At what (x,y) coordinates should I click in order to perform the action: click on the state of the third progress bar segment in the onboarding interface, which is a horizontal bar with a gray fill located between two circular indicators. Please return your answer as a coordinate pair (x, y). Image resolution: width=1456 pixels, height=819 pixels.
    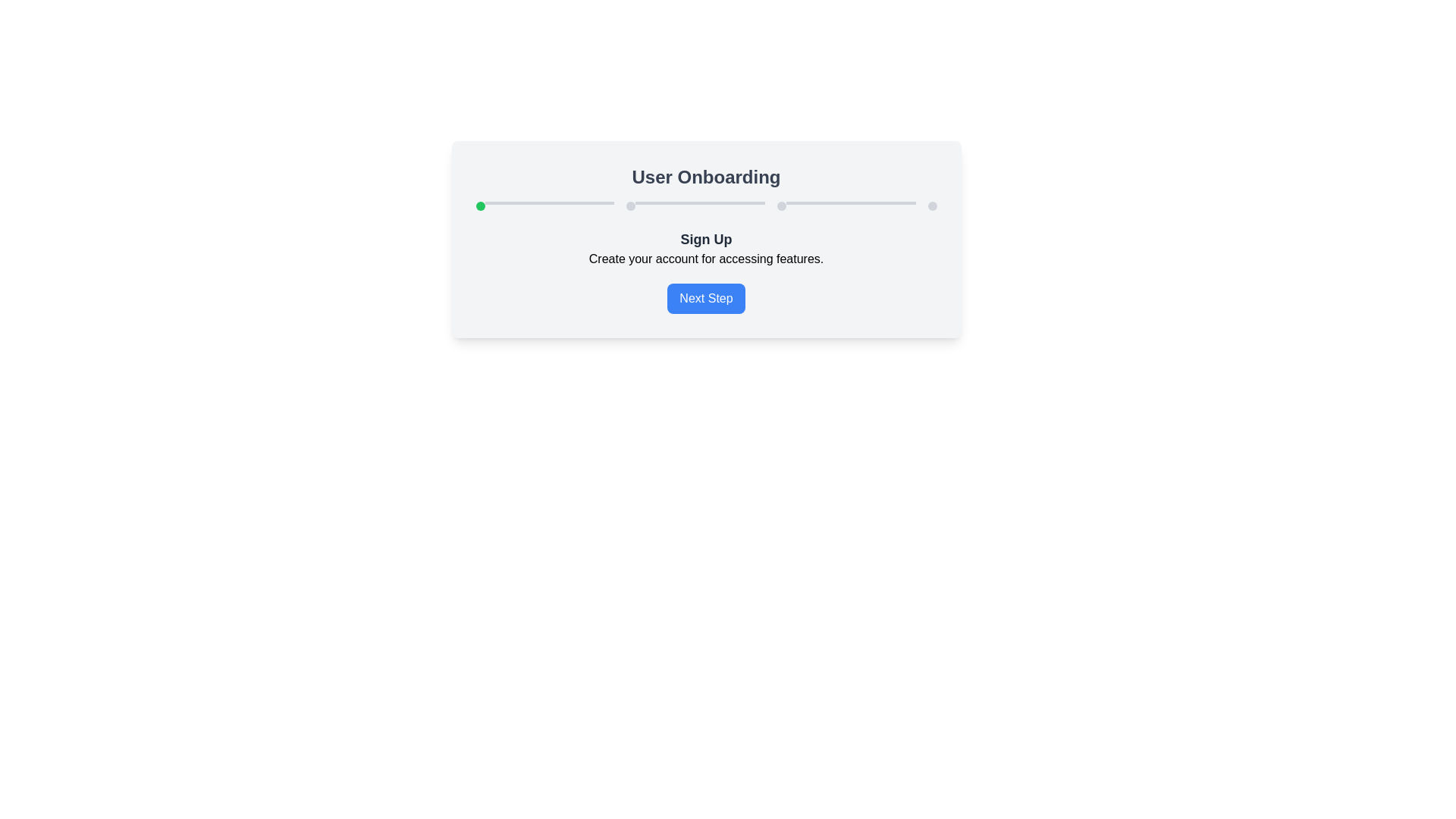
    Looking at the image, I should click on (851, 202).